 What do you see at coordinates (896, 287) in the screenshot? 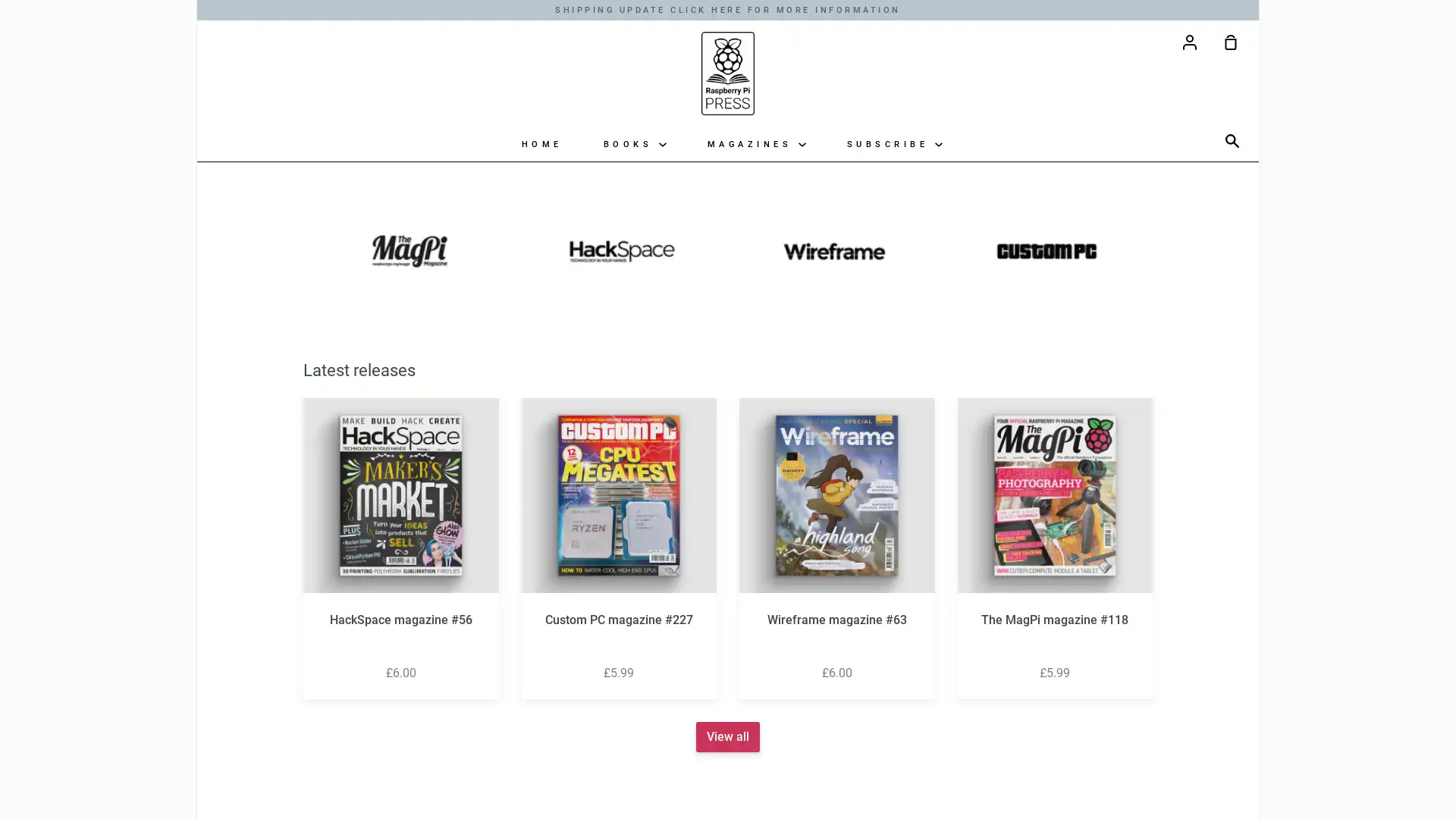
I see `Dismiss` at bounding box center [896, 287].